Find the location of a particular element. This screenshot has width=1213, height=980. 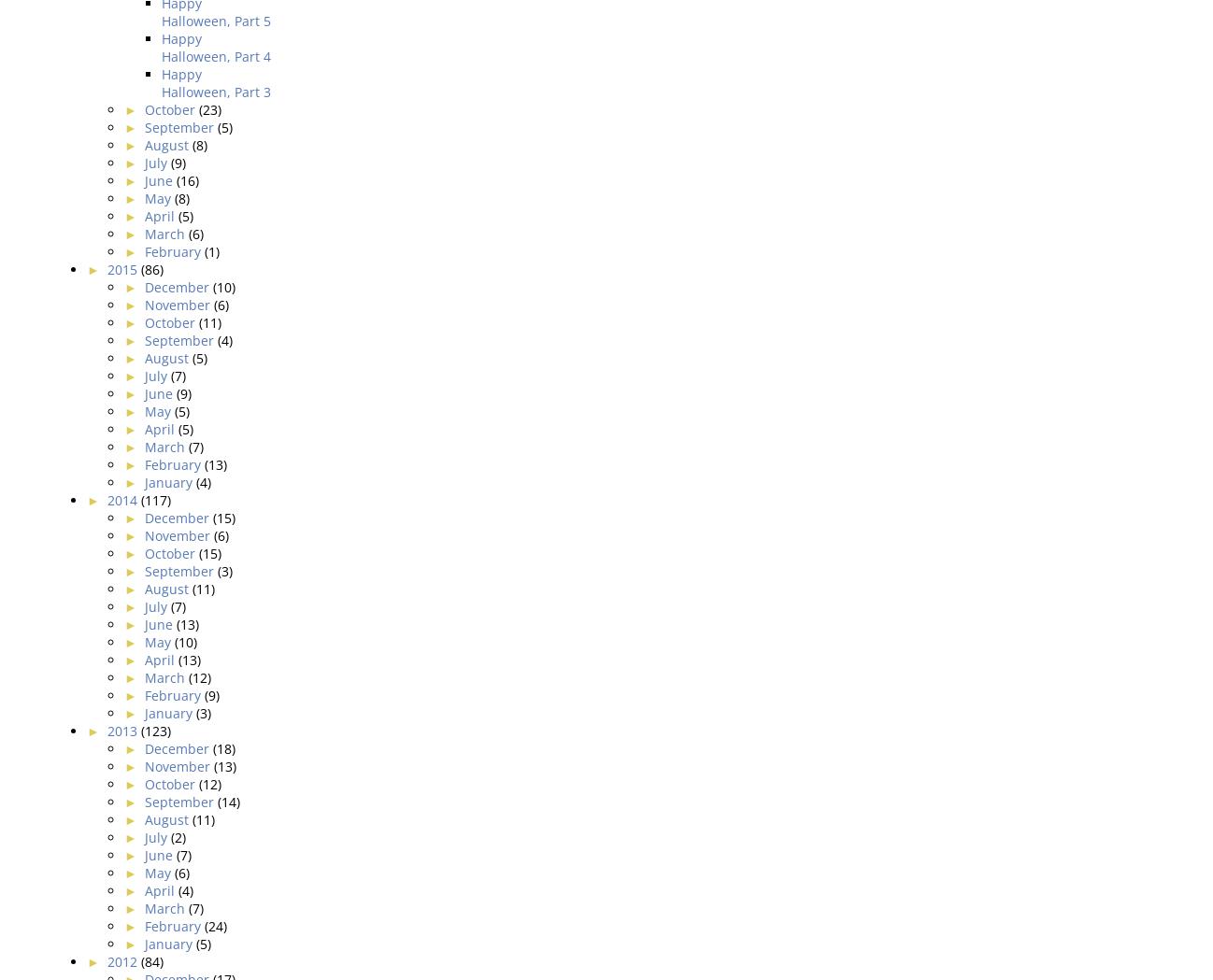

'2013' is located at coordinates (106, 730).